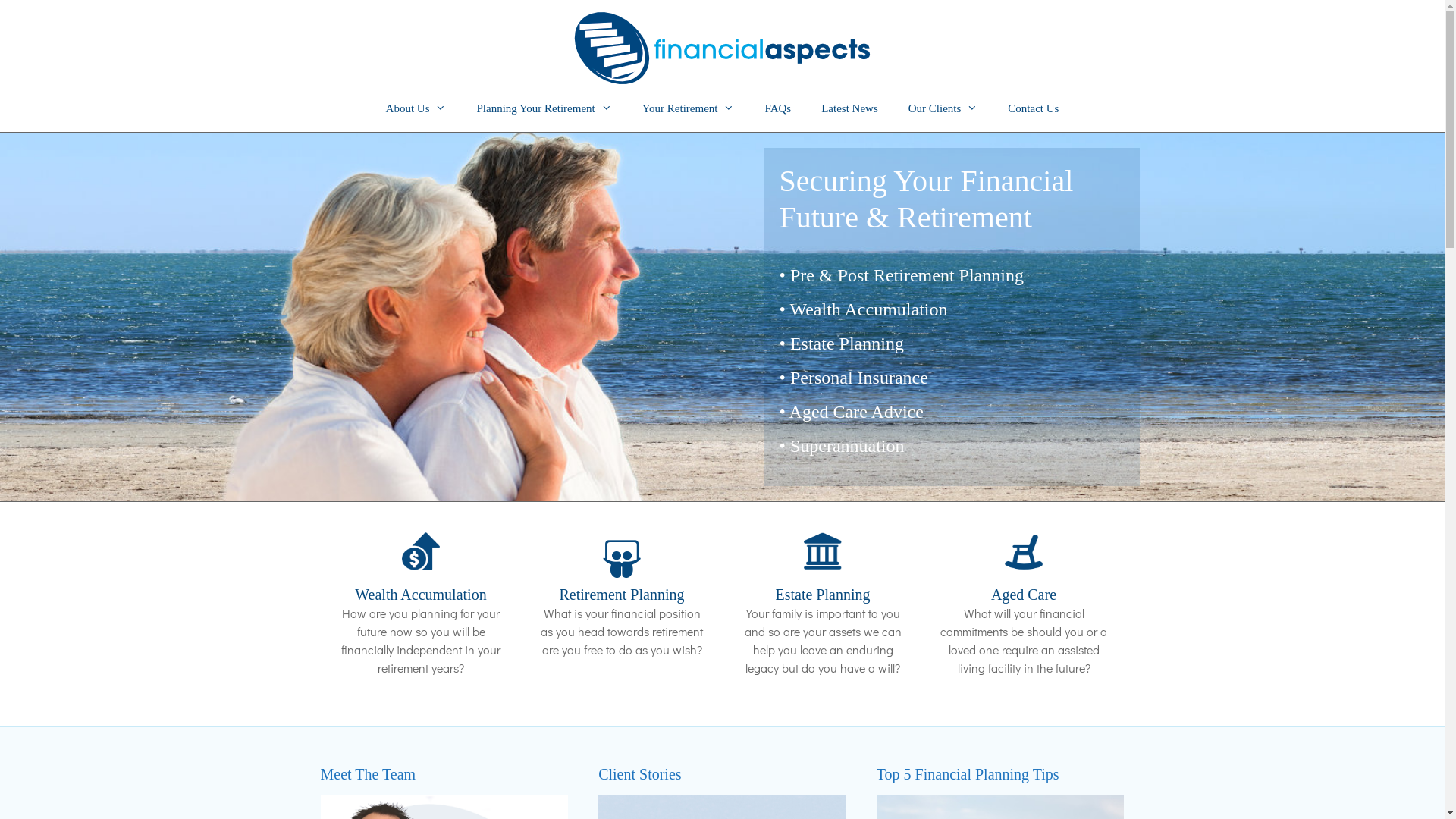 The width and height of the screenshot is (1456, 819). Describe the element at coordinates (736, 593) in the screenshot. I see `'Estate Planning'` at that location.